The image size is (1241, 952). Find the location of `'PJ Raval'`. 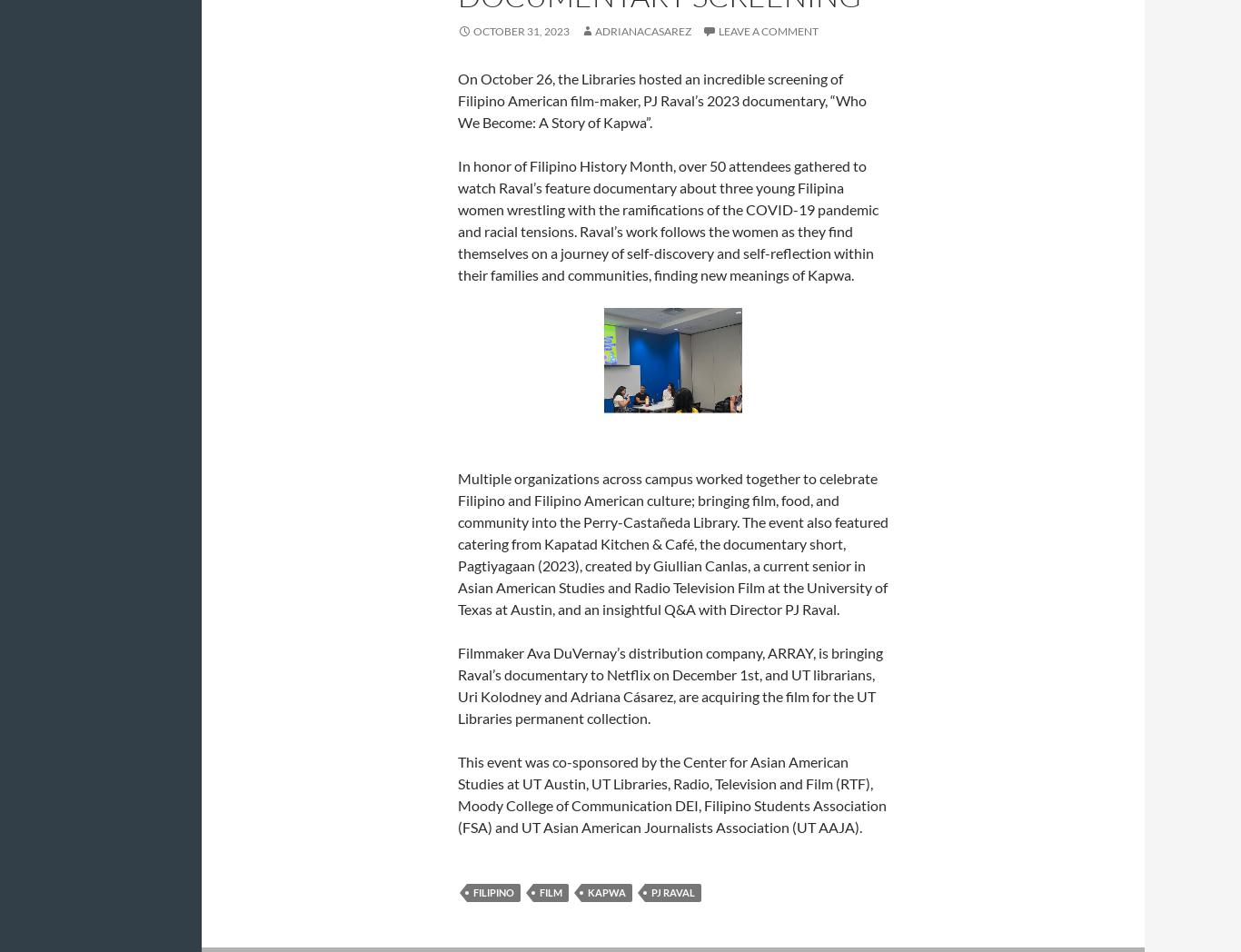

'PJ Raval' is located at coordinates (651, 891).